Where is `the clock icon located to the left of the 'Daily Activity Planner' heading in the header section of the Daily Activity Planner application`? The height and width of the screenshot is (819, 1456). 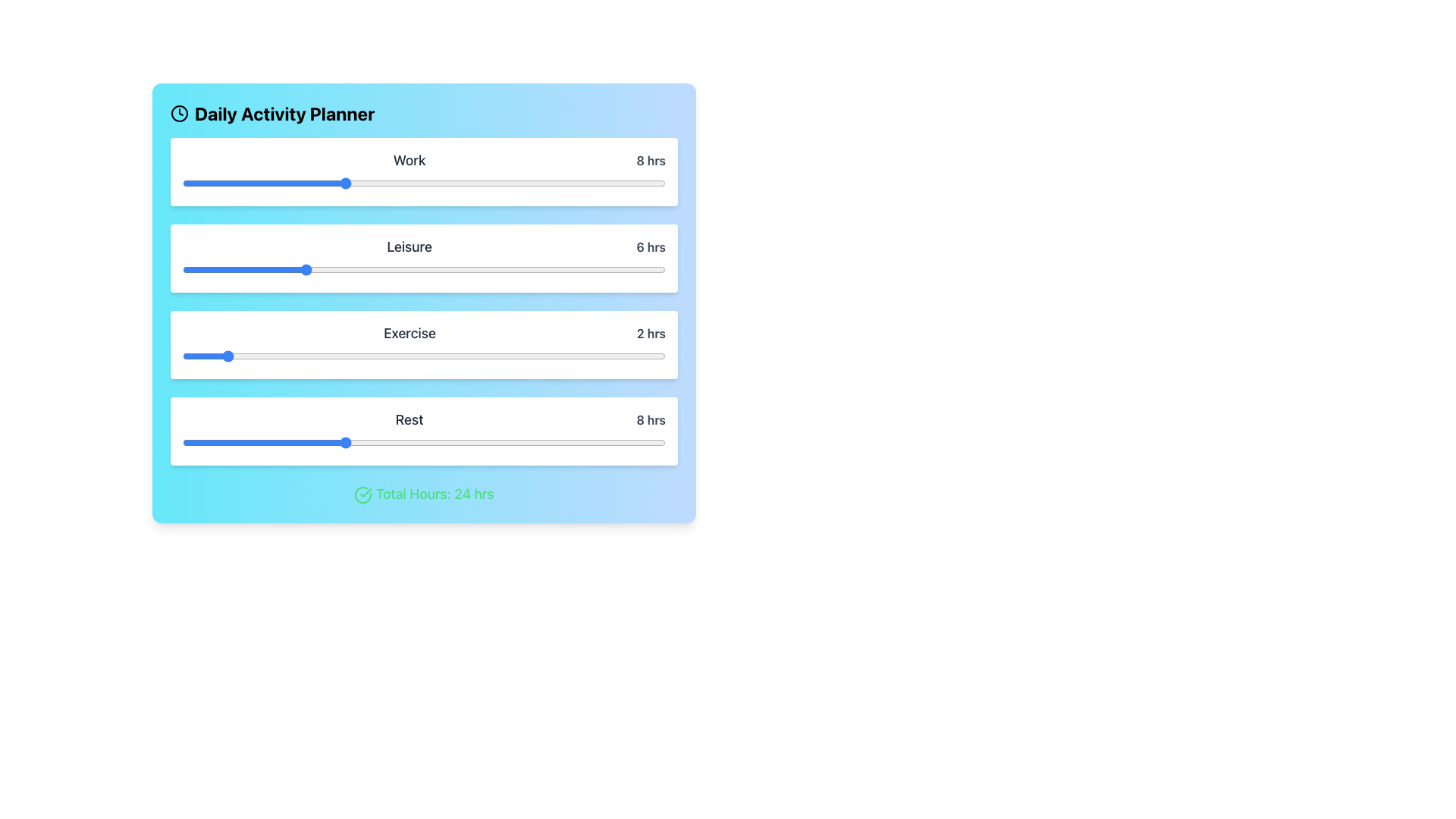
the clock icon located to the left of the 'Daily Activity Planner' heading in the header section of the Daily Activity Planner application is located at coordinates (179, 113).